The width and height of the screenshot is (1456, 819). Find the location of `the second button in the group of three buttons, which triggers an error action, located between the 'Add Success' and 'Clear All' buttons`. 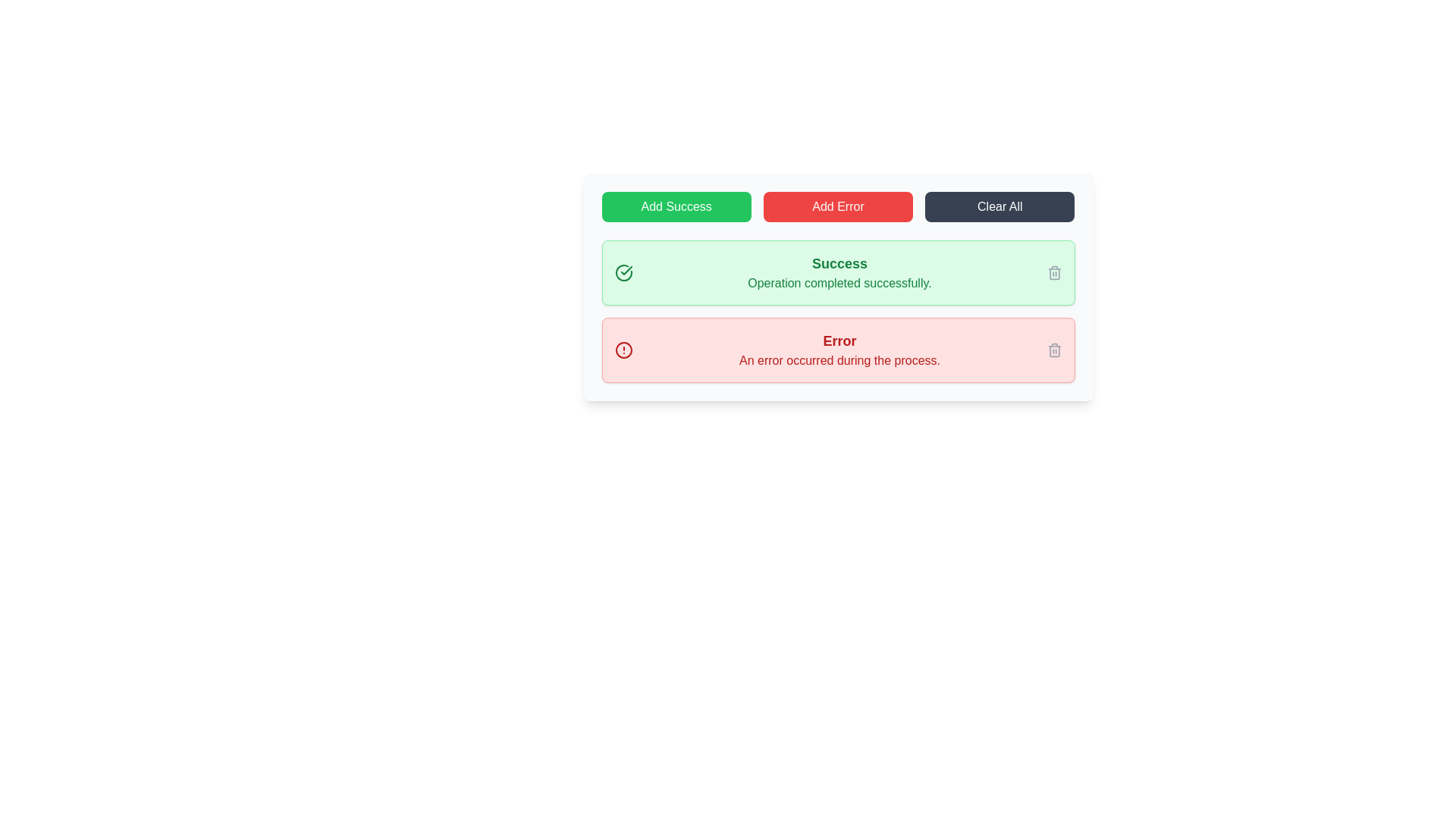

the second button in the group of three buttons, which triggers an error action, located between the 'Add Success' and 'Clear All' buttons is located at coordinates (837, 207).